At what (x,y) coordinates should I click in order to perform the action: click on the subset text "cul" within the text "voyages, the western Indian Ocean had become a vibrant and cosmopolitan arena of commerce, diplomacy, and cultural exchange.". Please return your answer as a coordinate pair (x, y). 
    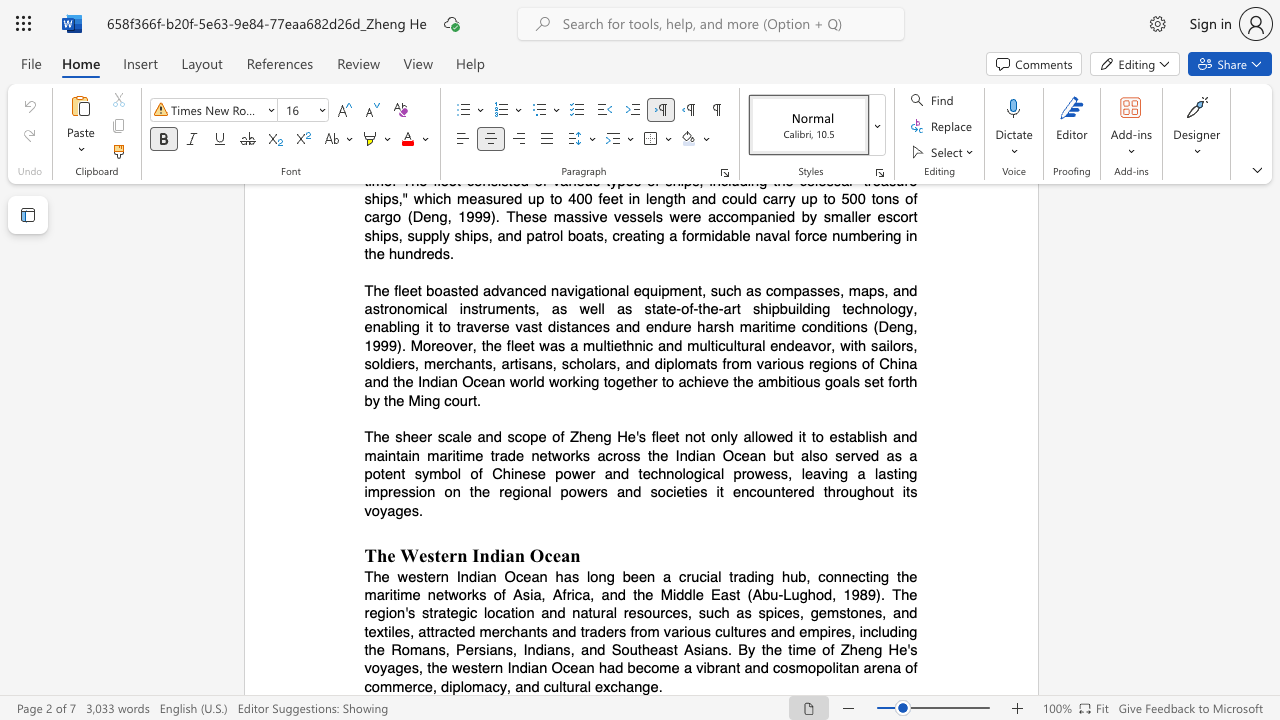
    Looking at the image, I should click on (543, 685).